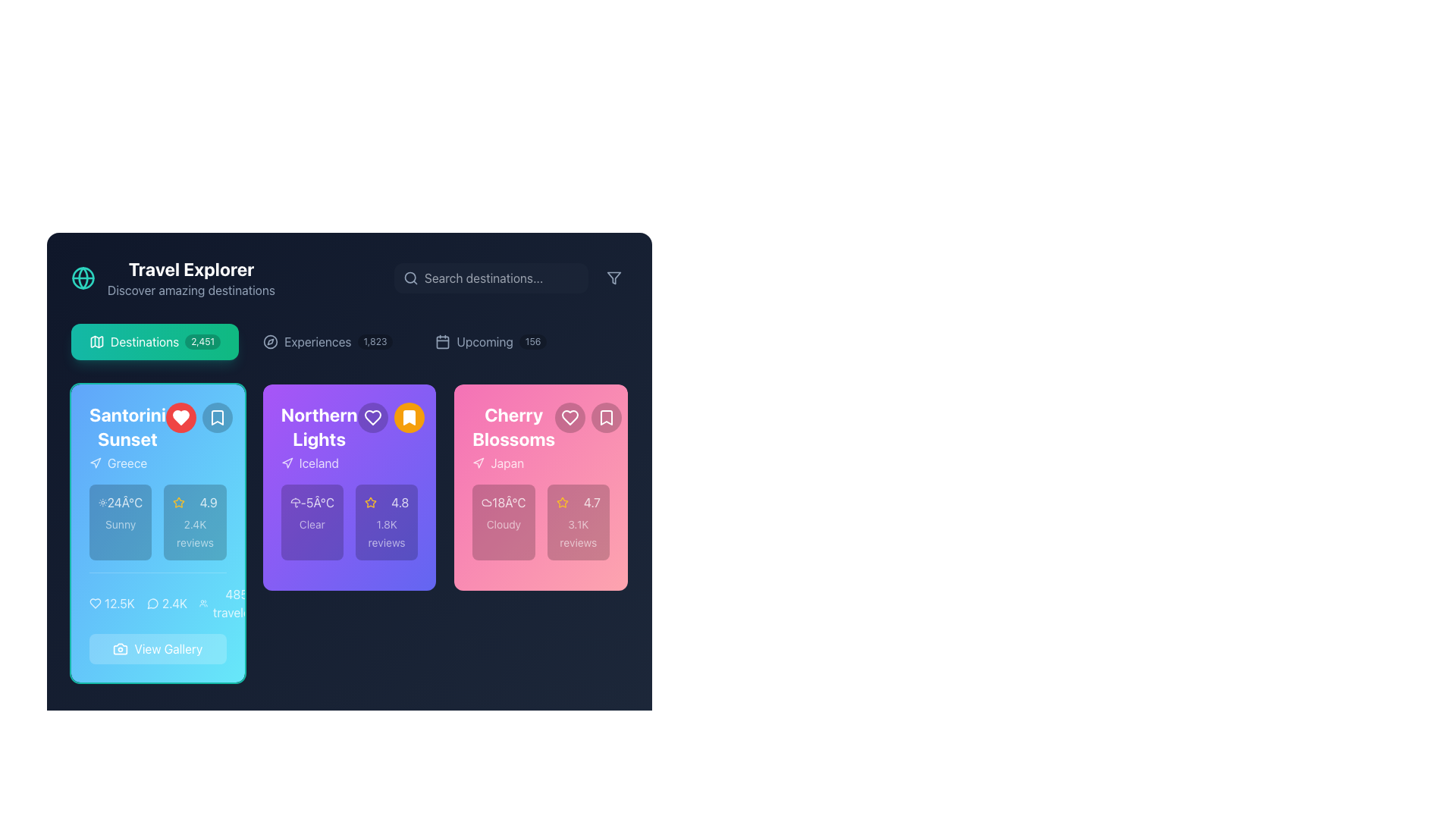  What do you see at coordinates (372, 418) in the screenshot?
I see `the 'like' or 'favorite' icon button located at the top-right corner of the purple card labeled 'Northern Lights' to mark the item as a favorite` at bounding box center [372, 418].